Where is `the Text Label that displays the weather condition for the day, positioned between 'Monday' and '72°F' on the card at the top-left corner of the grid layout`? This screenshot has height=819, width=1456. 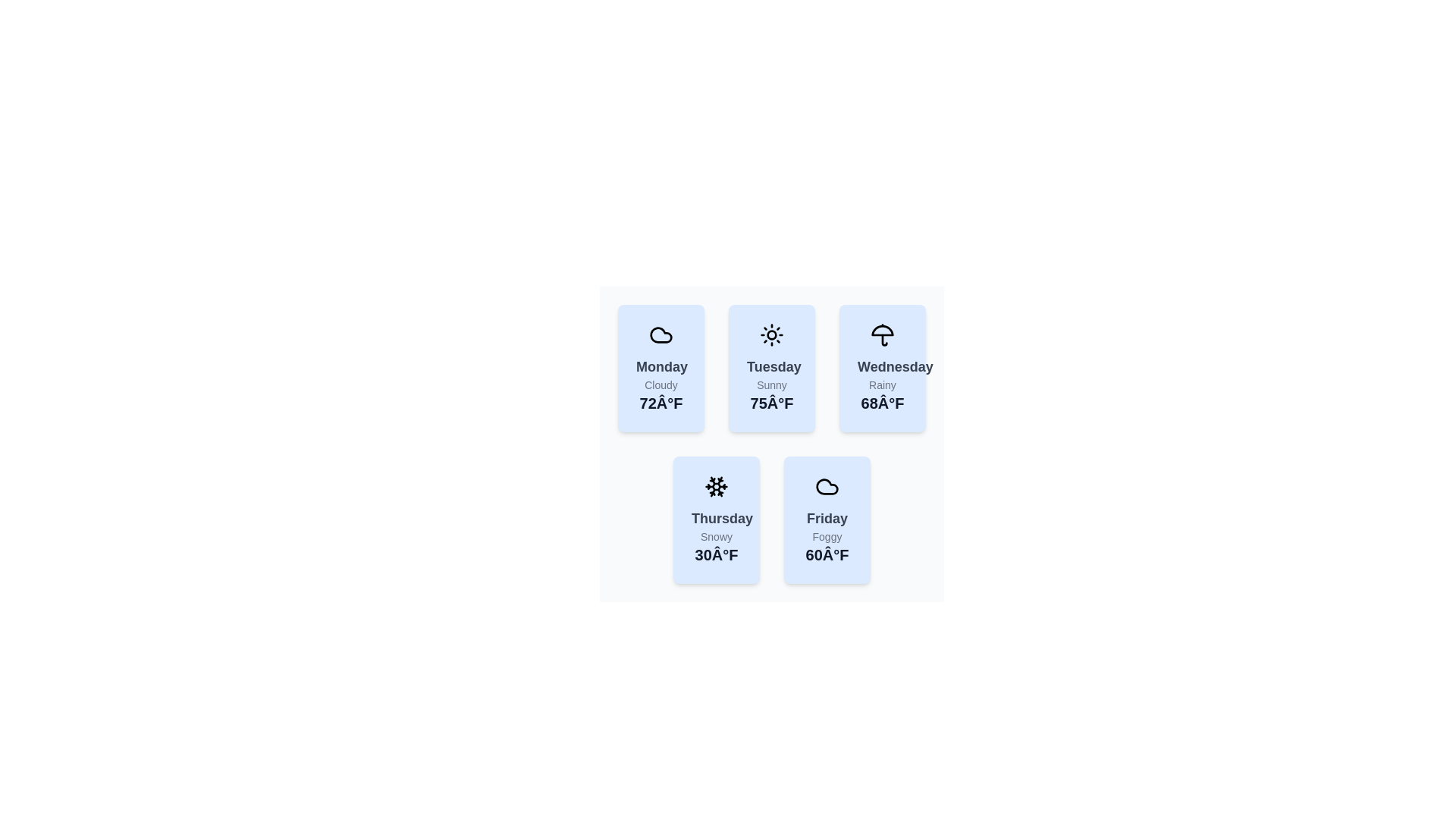 the Text Label that displays the weather condition for the day, positioned between 'Monday' and '72°F' on the card at the top-left corner of the grid layout is located at coordinates (661, 384).